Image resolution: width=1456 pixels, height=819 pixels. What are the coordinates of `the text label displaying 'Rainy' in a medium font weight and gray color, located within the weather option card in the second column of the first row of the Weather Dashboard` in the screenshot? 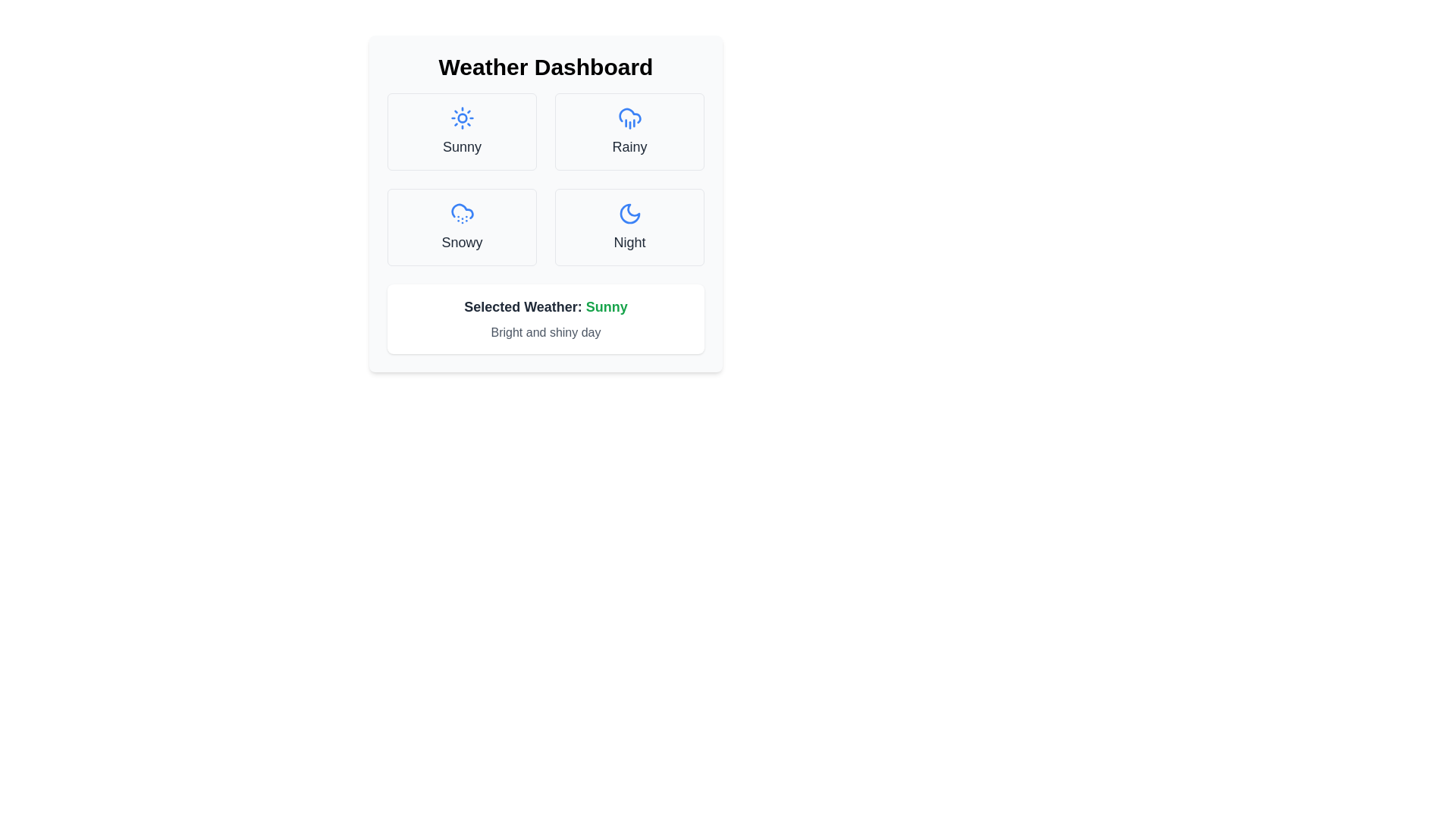 It's located at (629, 146).